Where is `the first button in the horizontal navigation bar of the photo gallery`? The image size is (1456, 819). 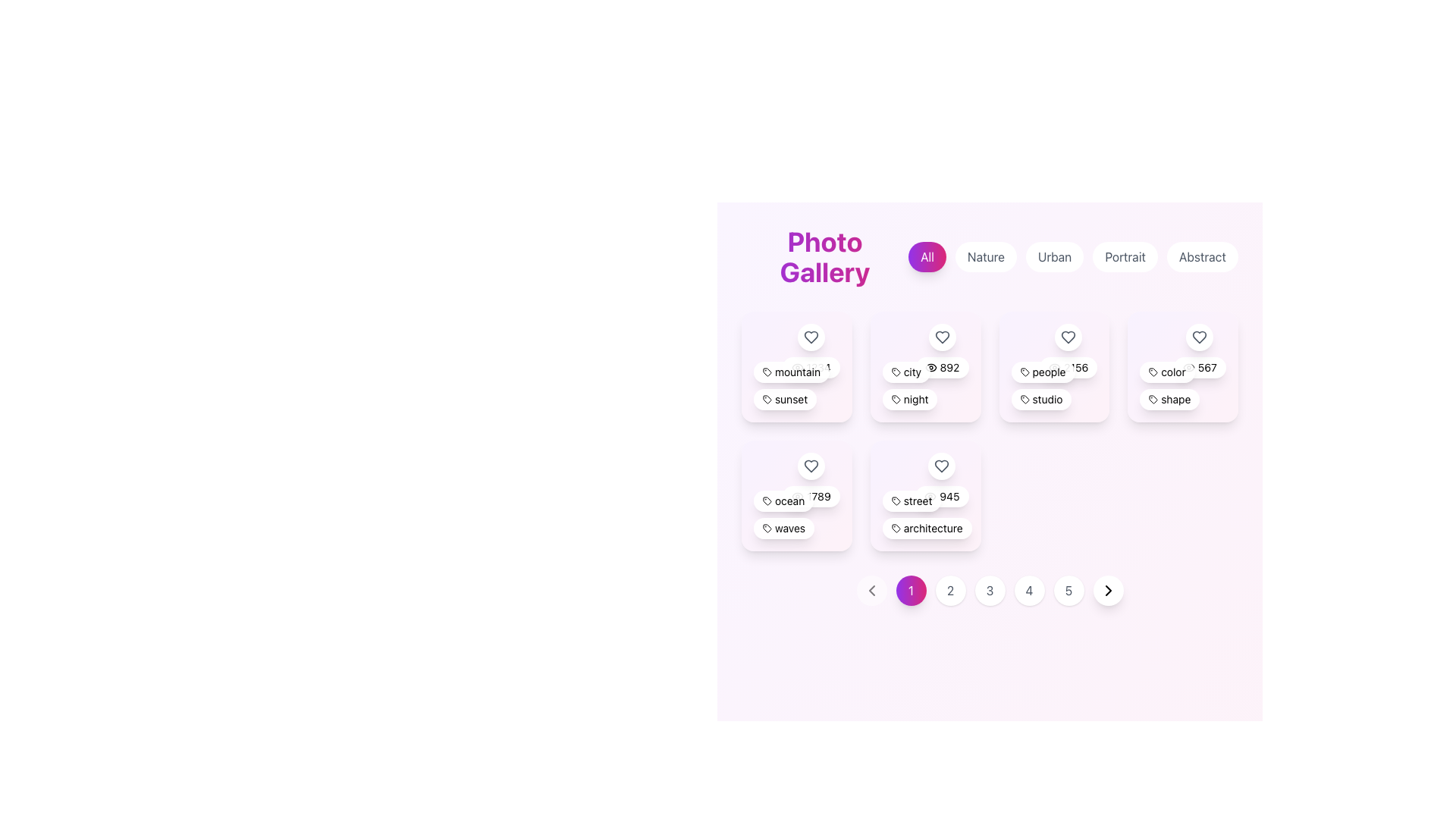 the first button in the horizontal navigation bar of the photo gallery is located at coordinates (910, 589).